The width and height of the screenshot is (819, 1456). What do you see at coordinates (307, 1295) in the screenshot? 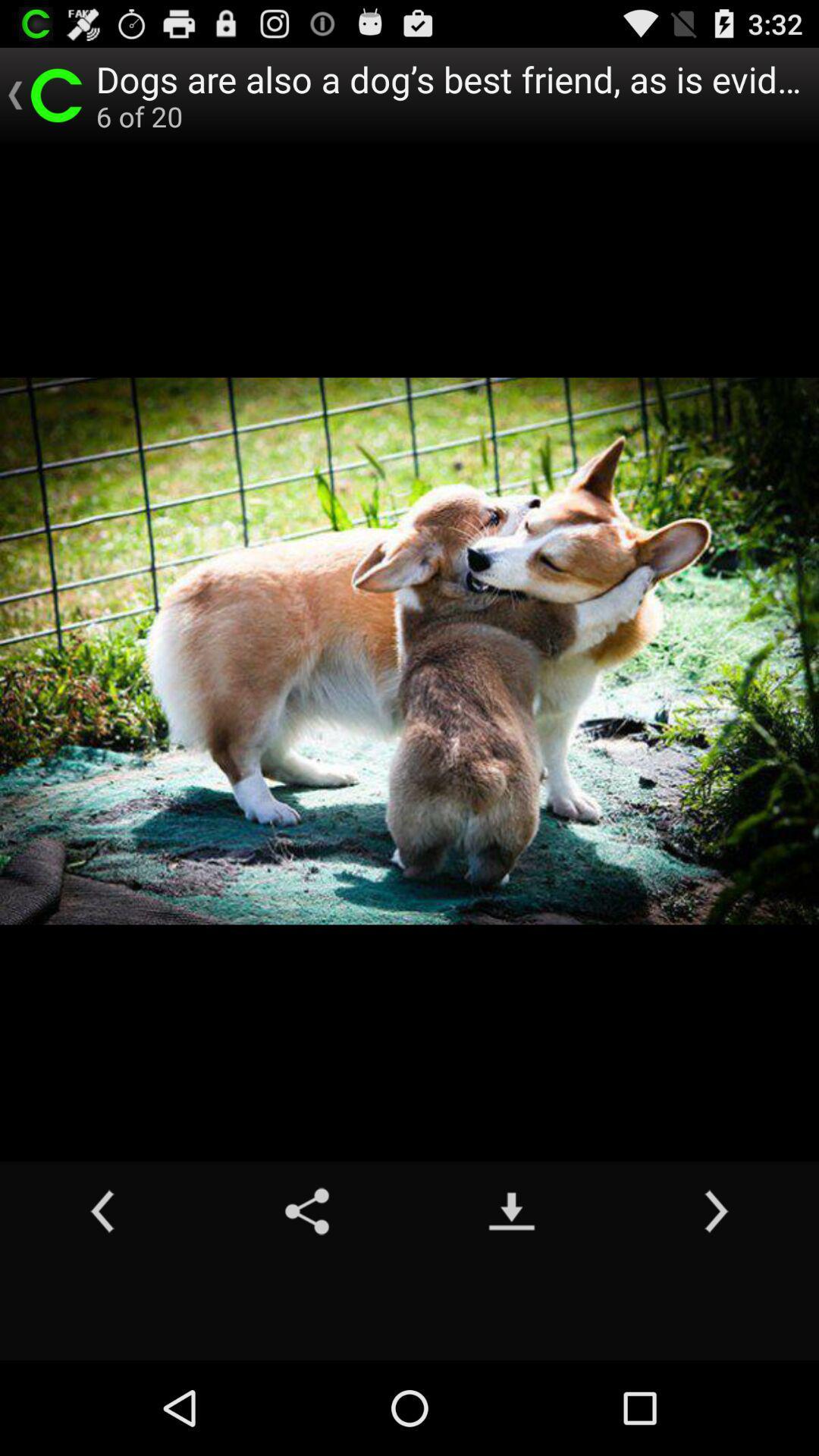
I see `the share icon` at bounding box center [307, 1295].